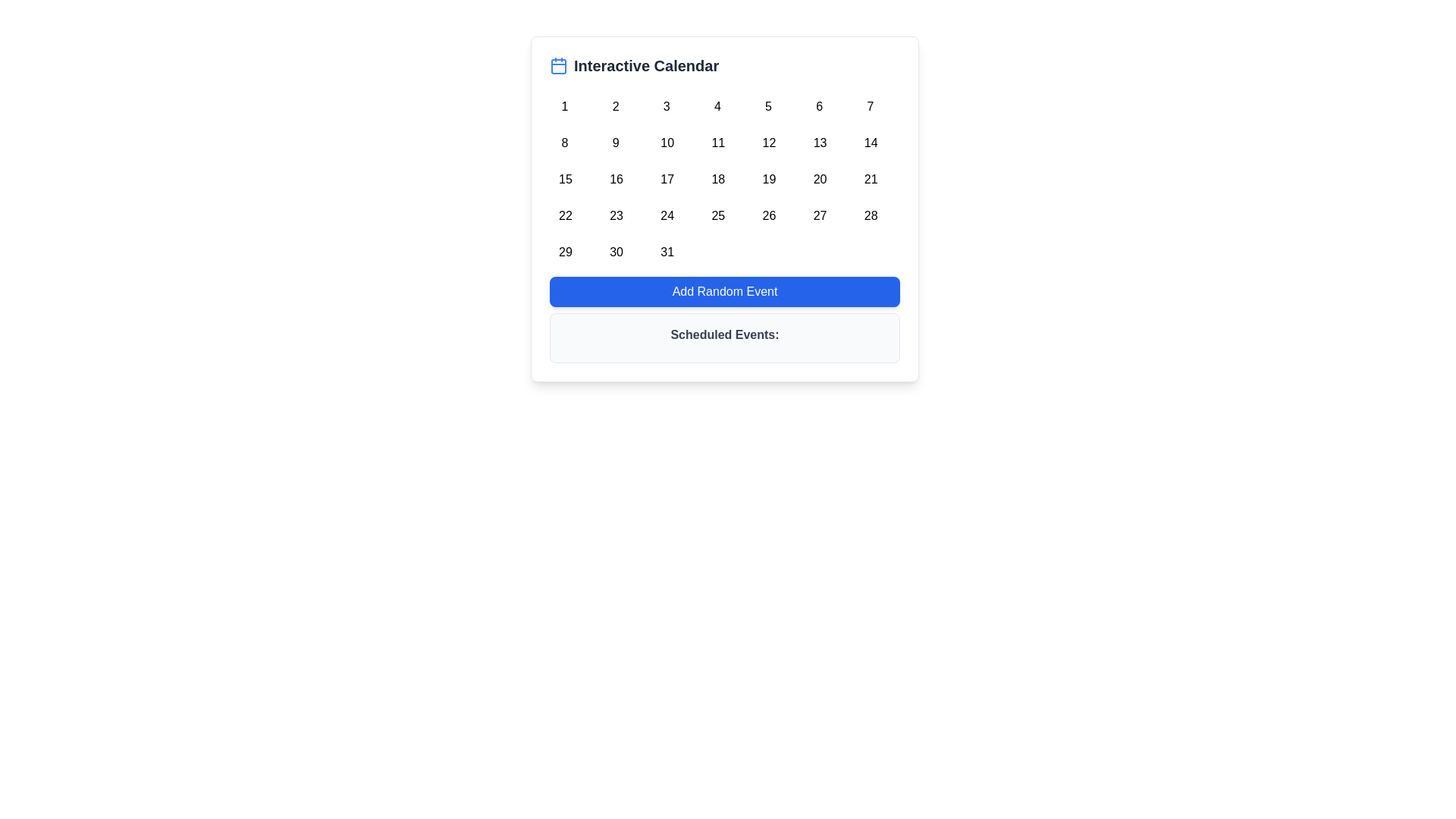 This screenshot has width=1456, height=819. What do you see at coordinates (870, 103) in the screenshot?
I see `the button representing the 7th day of the month in the calendar view` at bounding box center [870, 103].